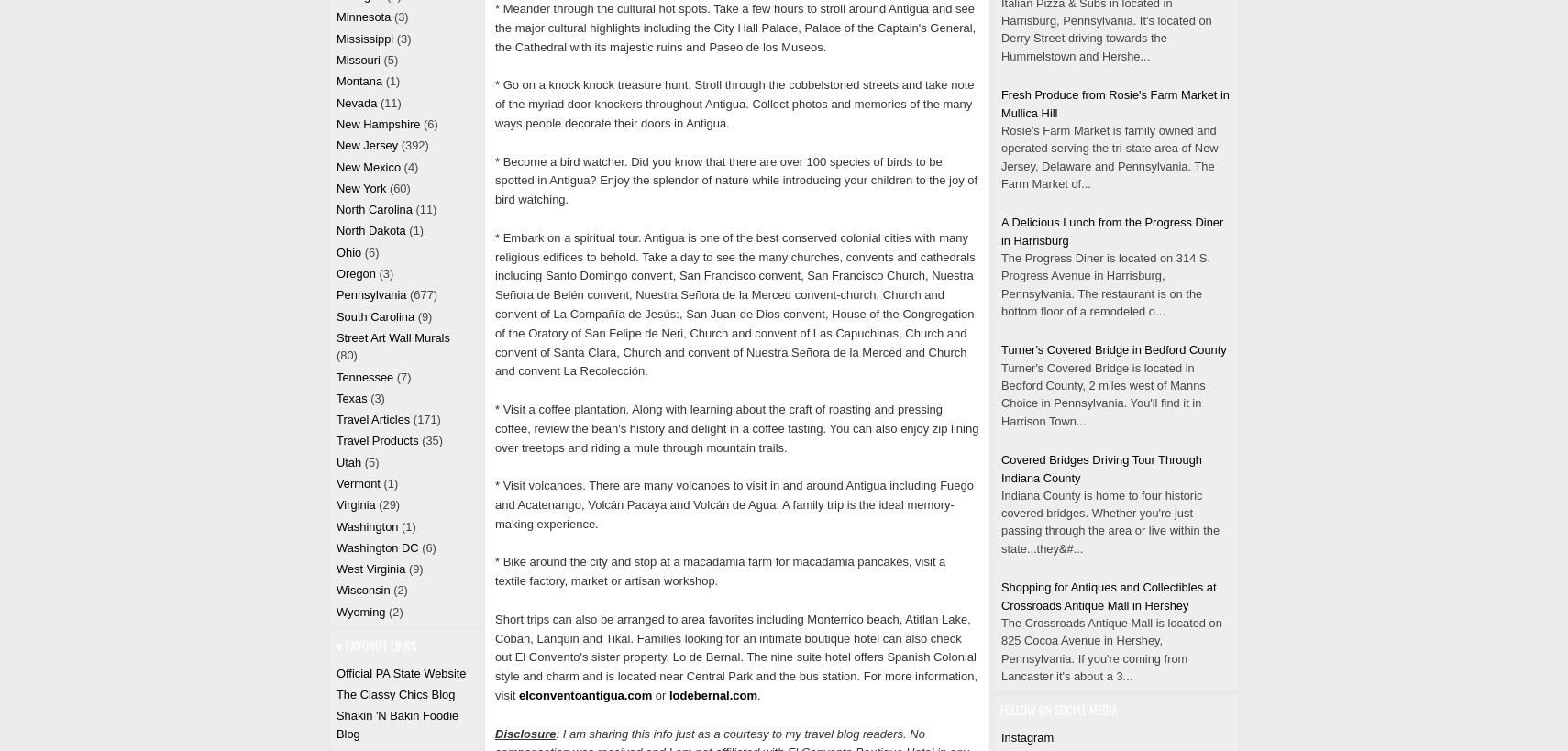  I want to click on 'Covered Bridges Driving Tour Through Indiana County', so click(1099, 467).